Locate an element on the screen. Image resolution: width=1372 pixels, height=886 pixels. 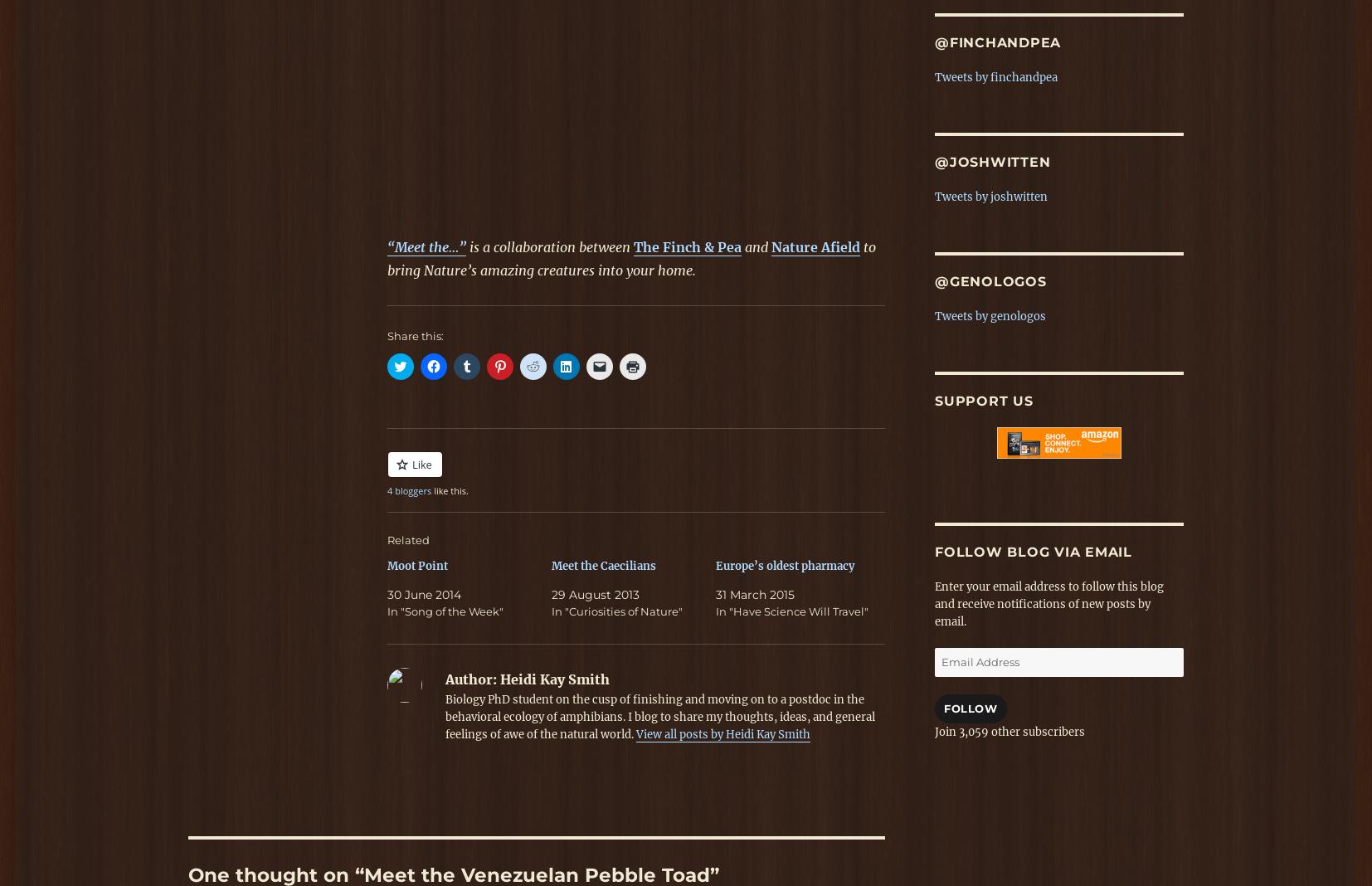
'31 March 2015' is located at coordinates (754, 594).